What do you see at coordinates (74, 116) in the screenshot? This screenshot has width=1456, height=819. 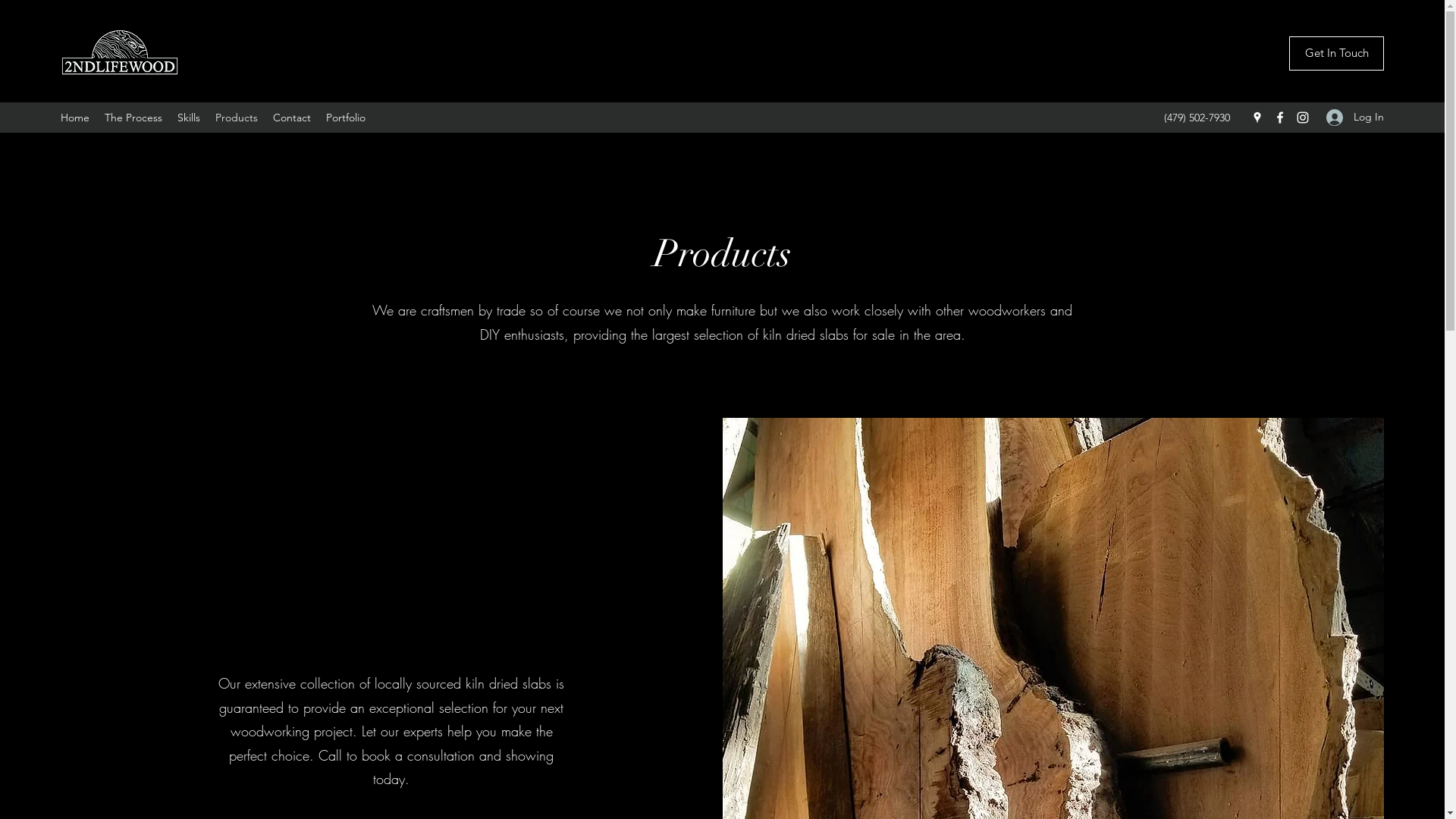 I see `'Home'` at bounding box center [74, 116].